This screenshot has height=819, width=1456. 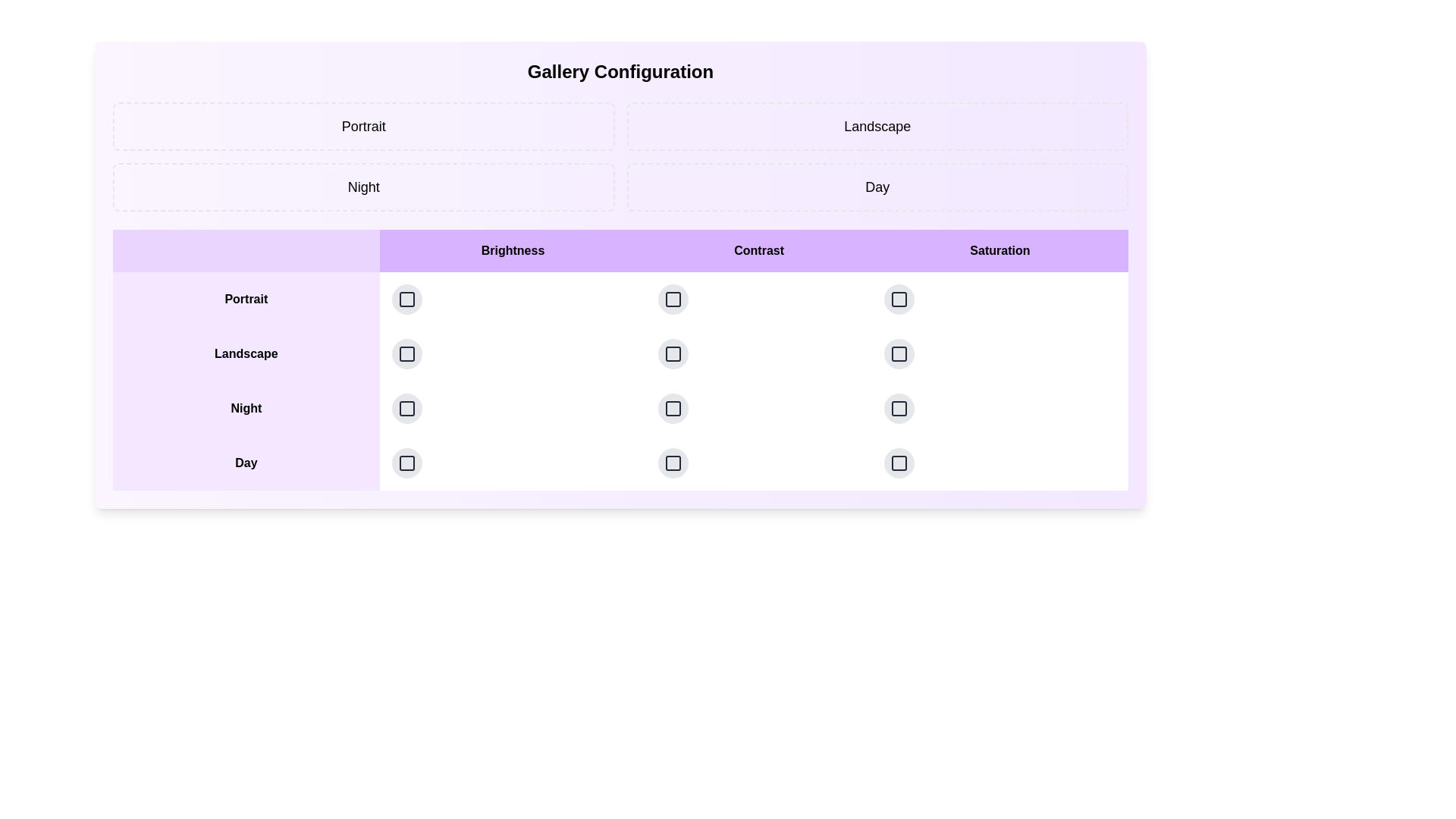 What do you see at coordinates (673, 353) in the screenshot?
I see `the icon in the 'Contrast' column and 'Night' row of the settings menu` at bounding box center [673, 353].